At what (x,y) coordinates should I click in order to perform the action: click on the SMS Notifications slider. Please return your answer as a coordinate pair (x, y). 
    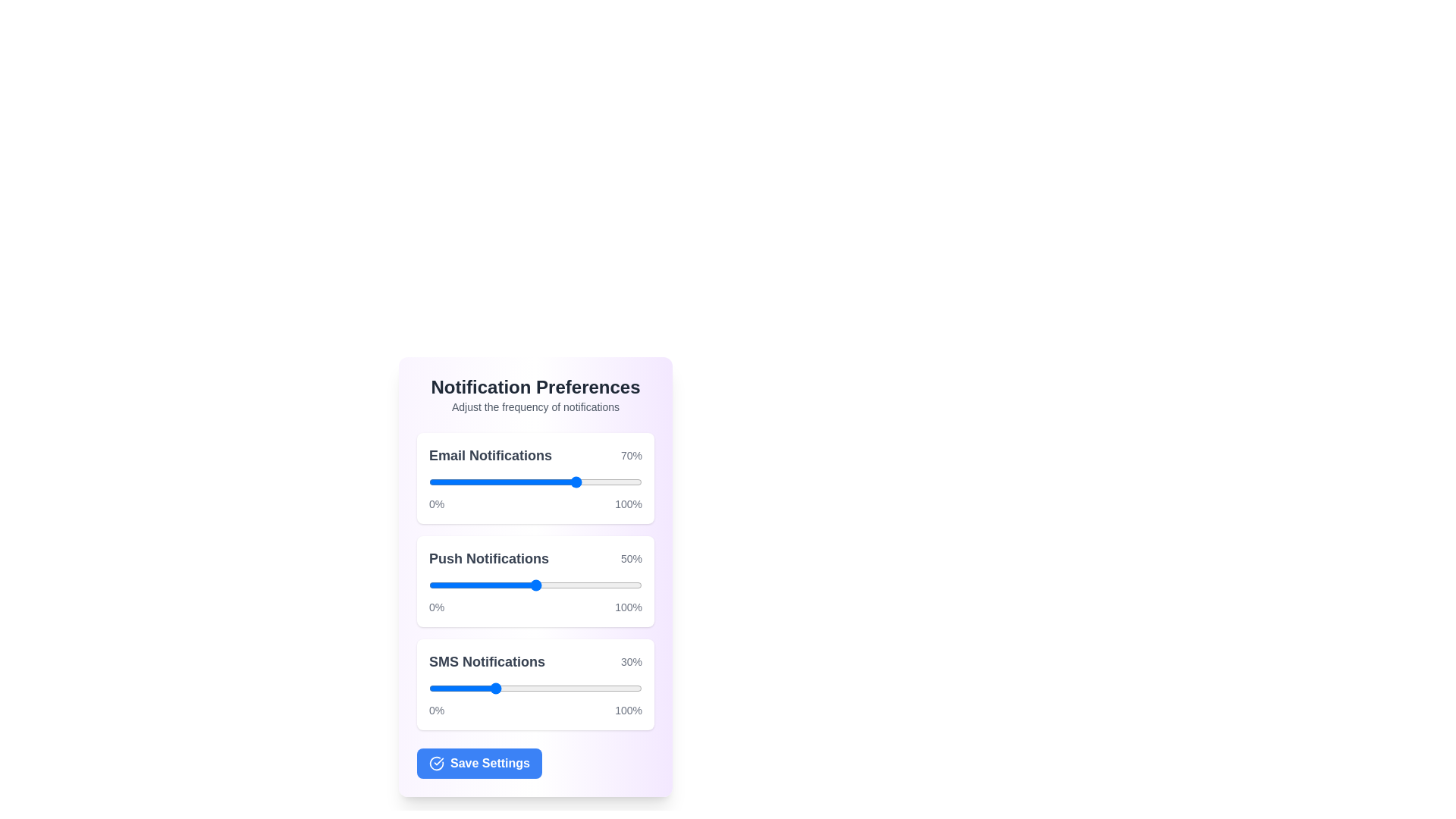
    Looking at the image, I should click on (550, 688).